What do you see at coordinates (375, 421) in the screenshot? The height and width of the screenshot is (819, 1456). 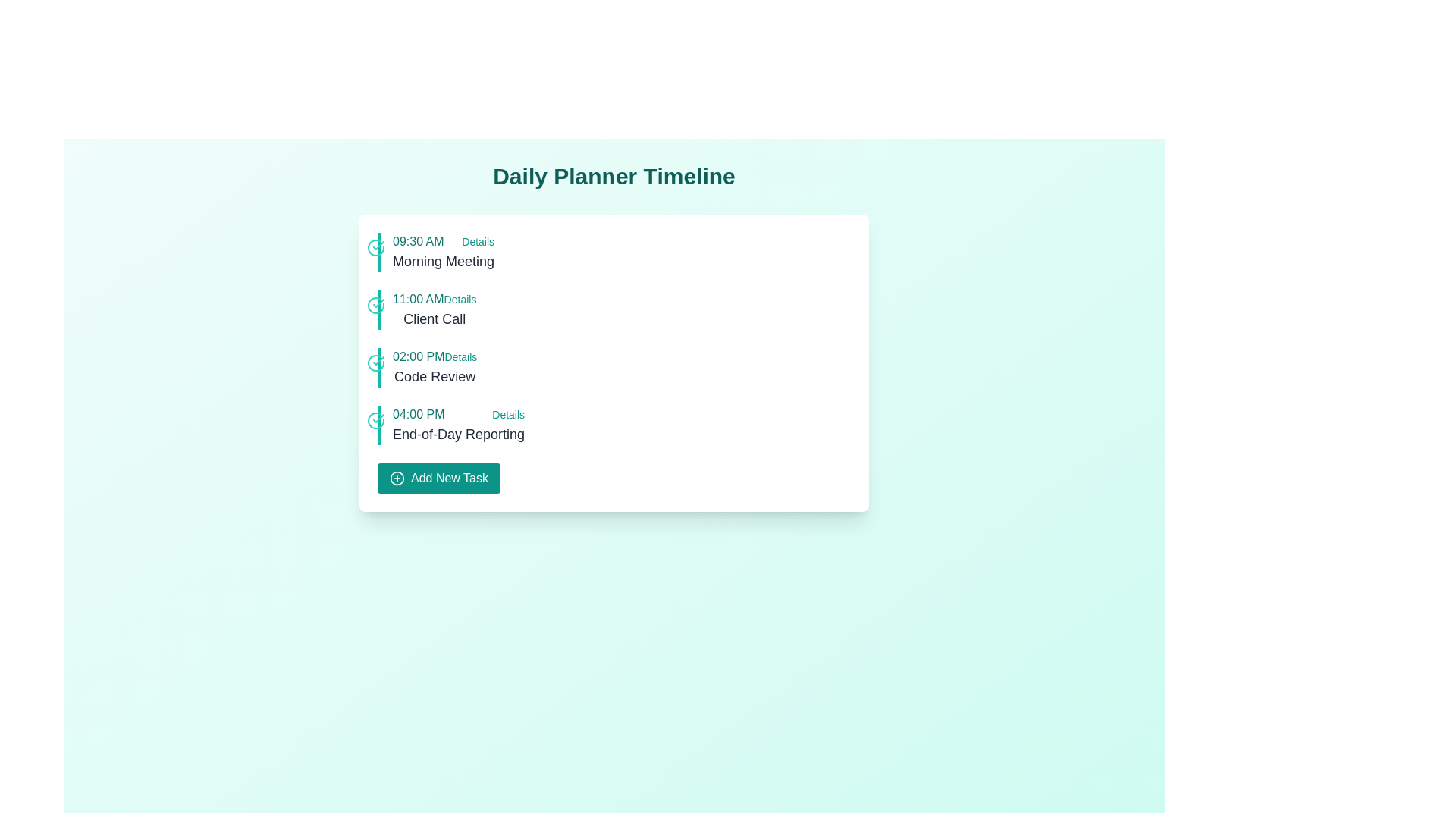 I see `the teal circular icon representing the '04:00 PM' timeline entry within the vertical planner layout` at bounding box center [375, 421].